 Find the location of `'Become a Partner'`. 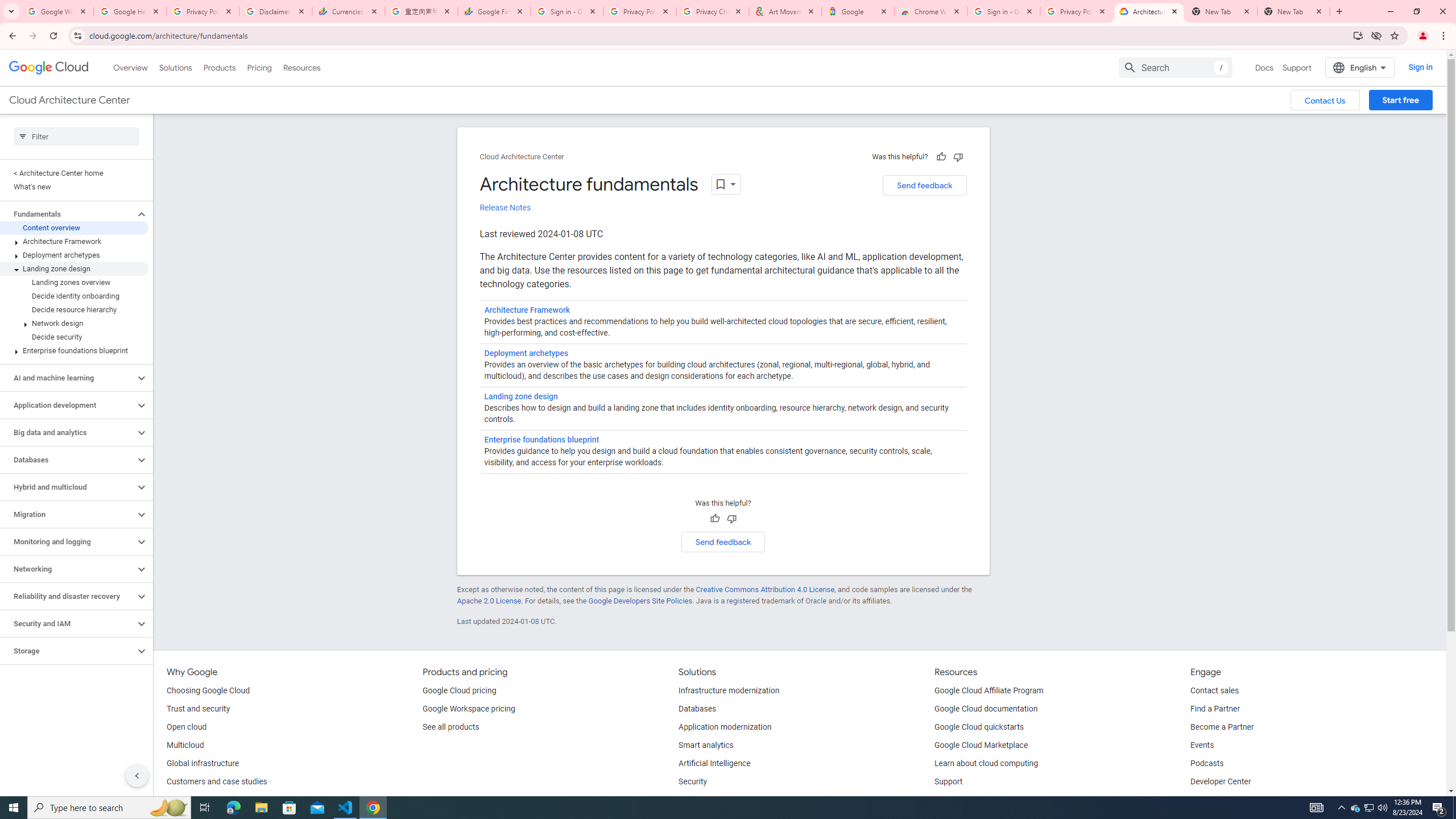

'Become a Partner' is located at coordinates (1222, 727).